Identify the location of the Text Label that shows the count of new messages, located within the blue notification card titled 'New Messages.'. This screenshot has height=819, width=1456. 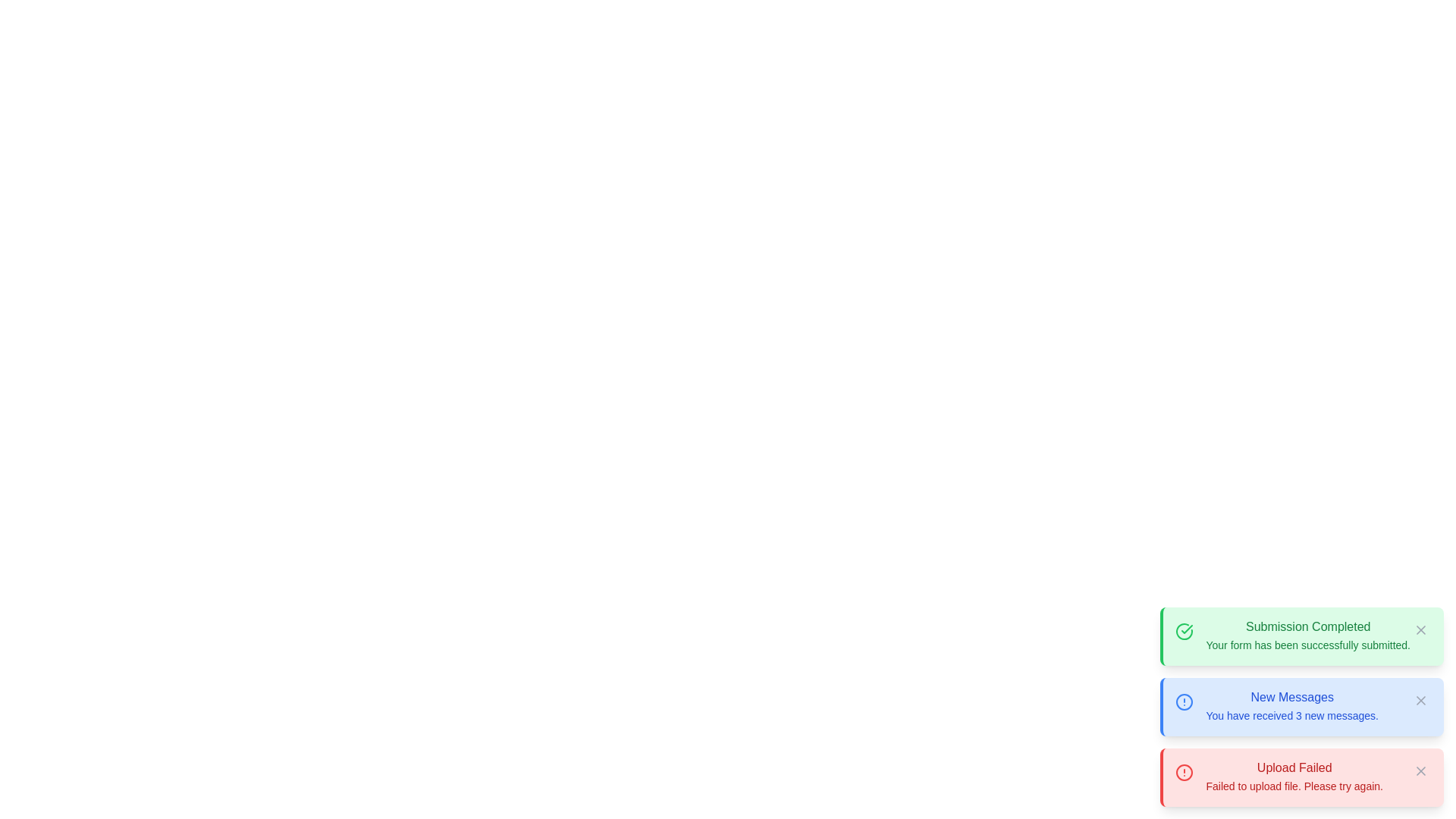
(1291, 716).